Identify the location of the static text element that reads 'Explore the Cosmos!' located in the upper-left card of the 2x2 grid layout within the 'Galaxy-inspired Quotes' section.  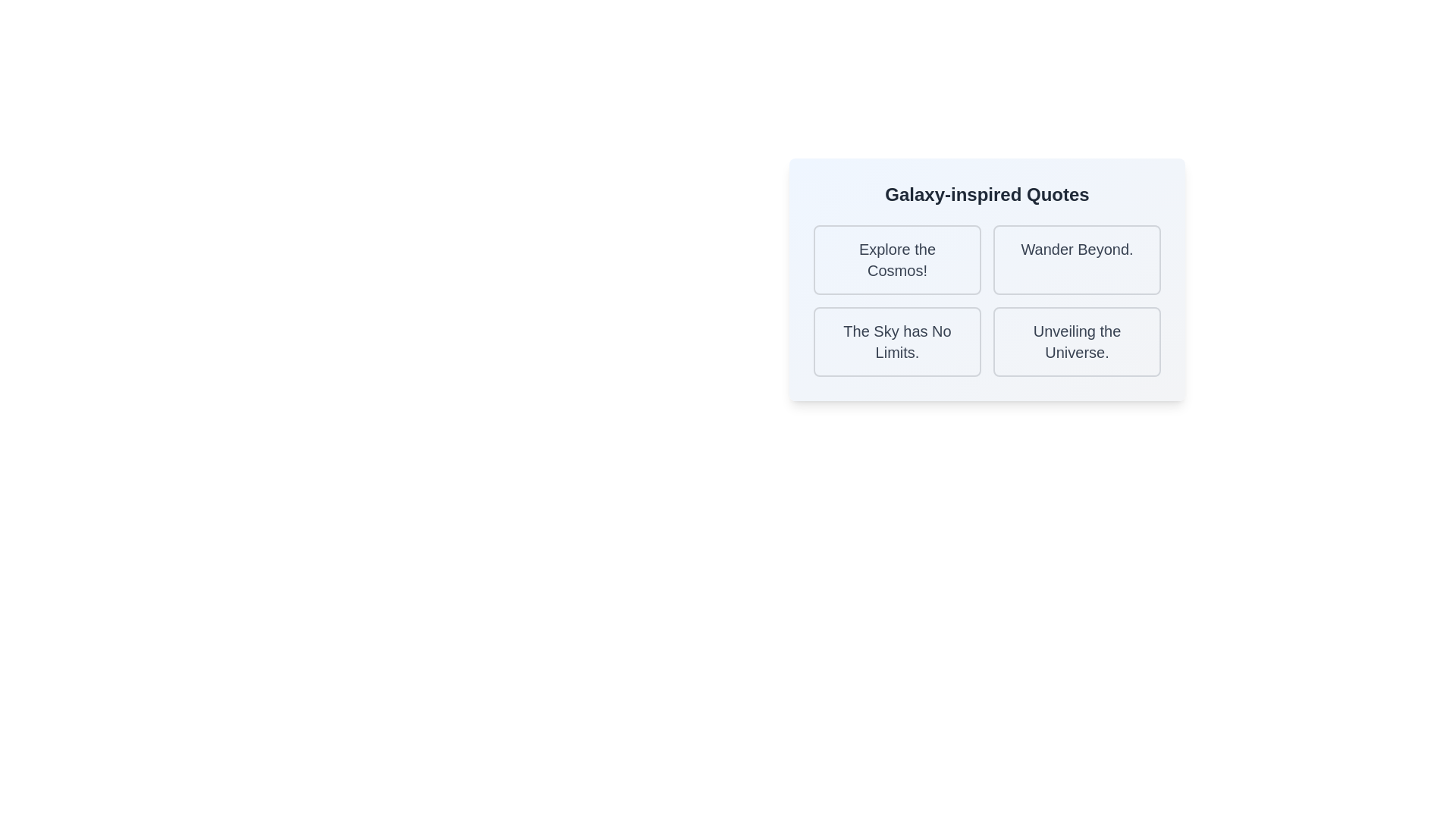
(897, 259).